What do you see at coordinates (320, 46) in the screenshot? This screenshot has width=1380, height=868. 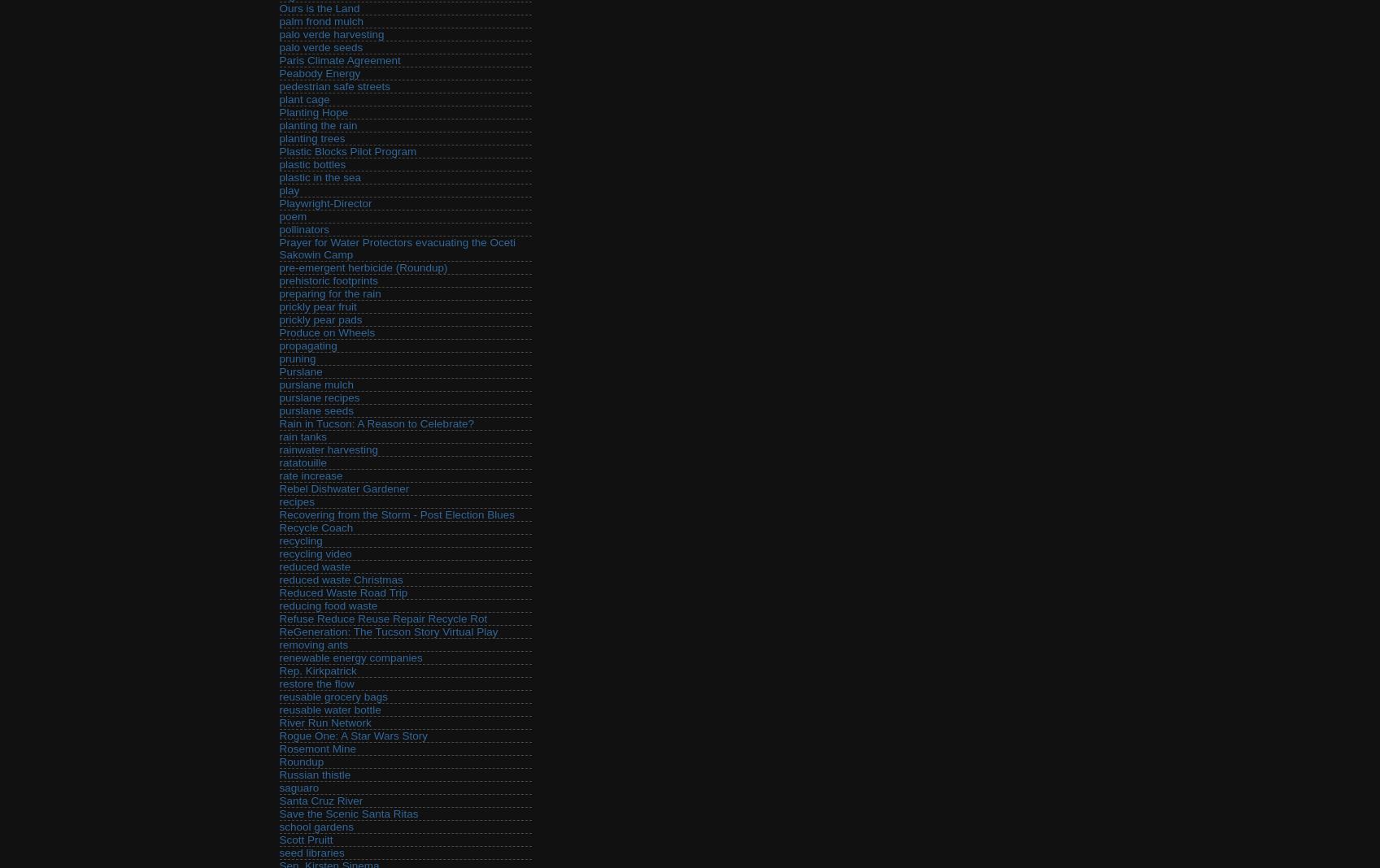 I see `'palo verde seeds'` at bounding box center [320, 46].